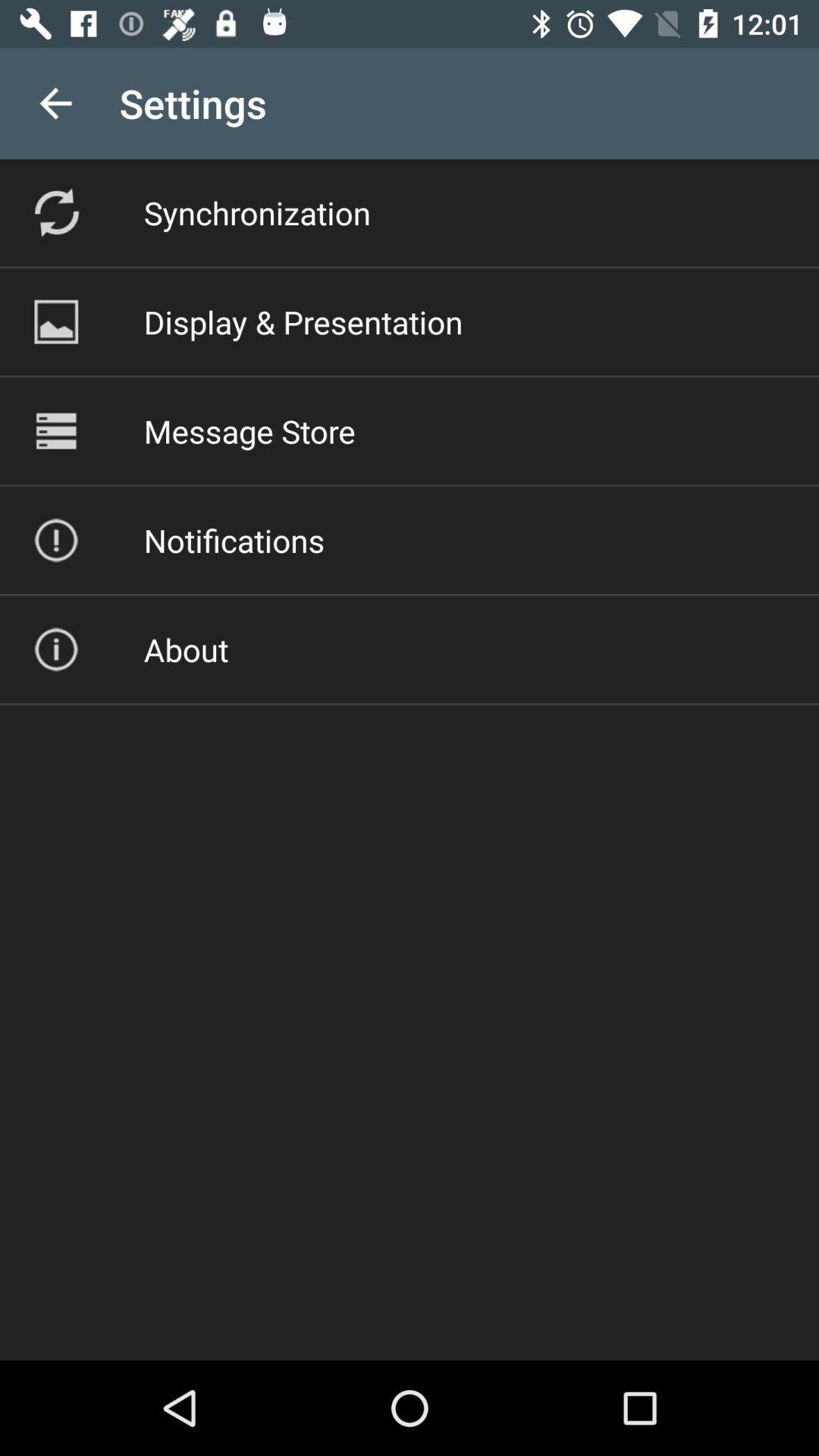 The width and height of the screenshot is (819, 1456). Describe the element at coordinates (55, 102) in the screenshot. I see `item next to settings icon` at that location.